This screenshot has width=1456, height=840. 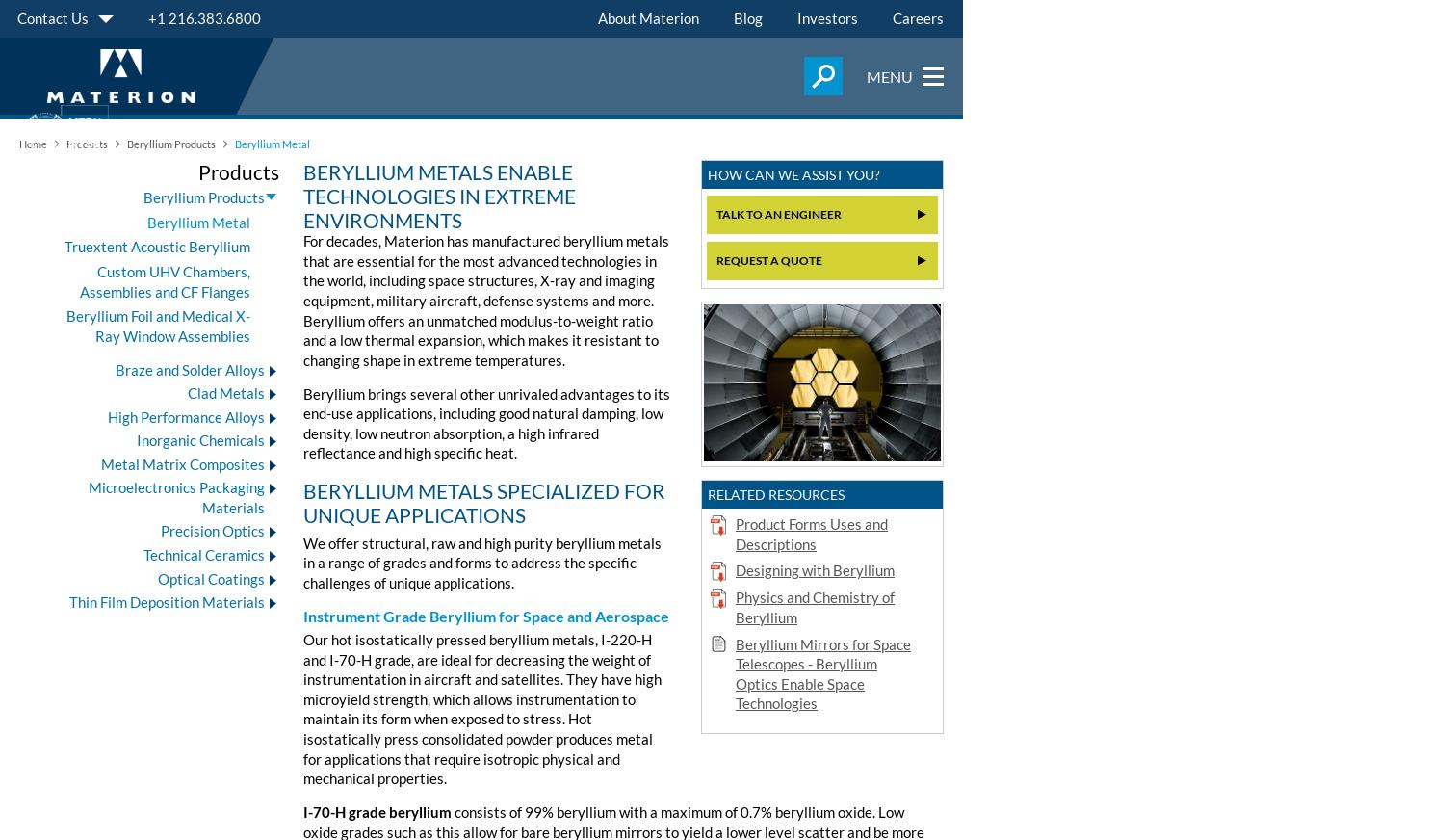 What do you see at coordinates (484, 501) in the screenshot?
I see `'BERYLLIUM METALS SPECIALIZED FOR UNIQUE APPLICATIONS'` at bounding box center [484, 501].